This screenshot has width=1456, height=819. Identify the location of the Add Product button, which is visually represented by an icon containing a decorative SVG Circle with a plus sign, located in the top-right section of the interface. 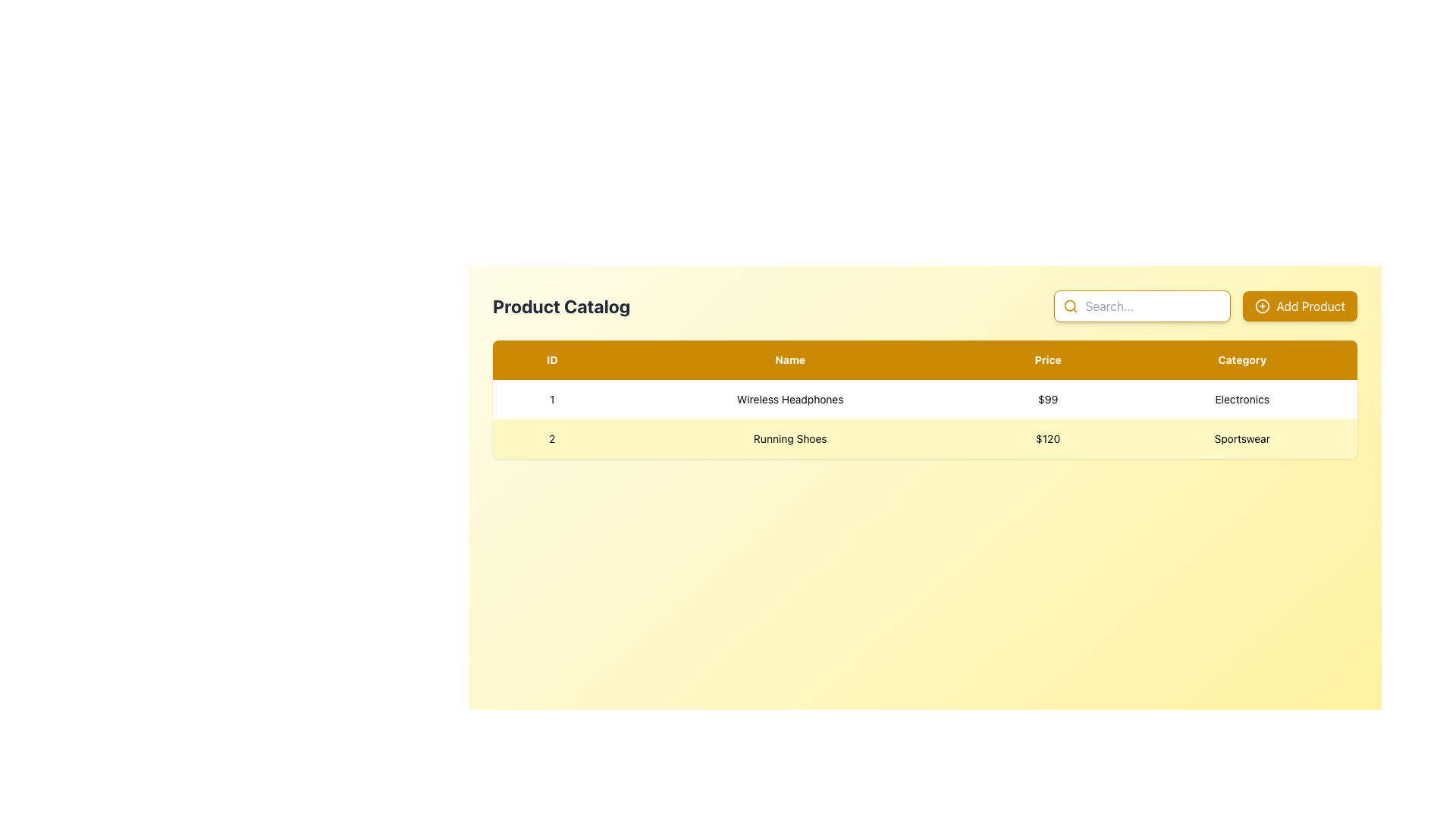
(1263, 306).